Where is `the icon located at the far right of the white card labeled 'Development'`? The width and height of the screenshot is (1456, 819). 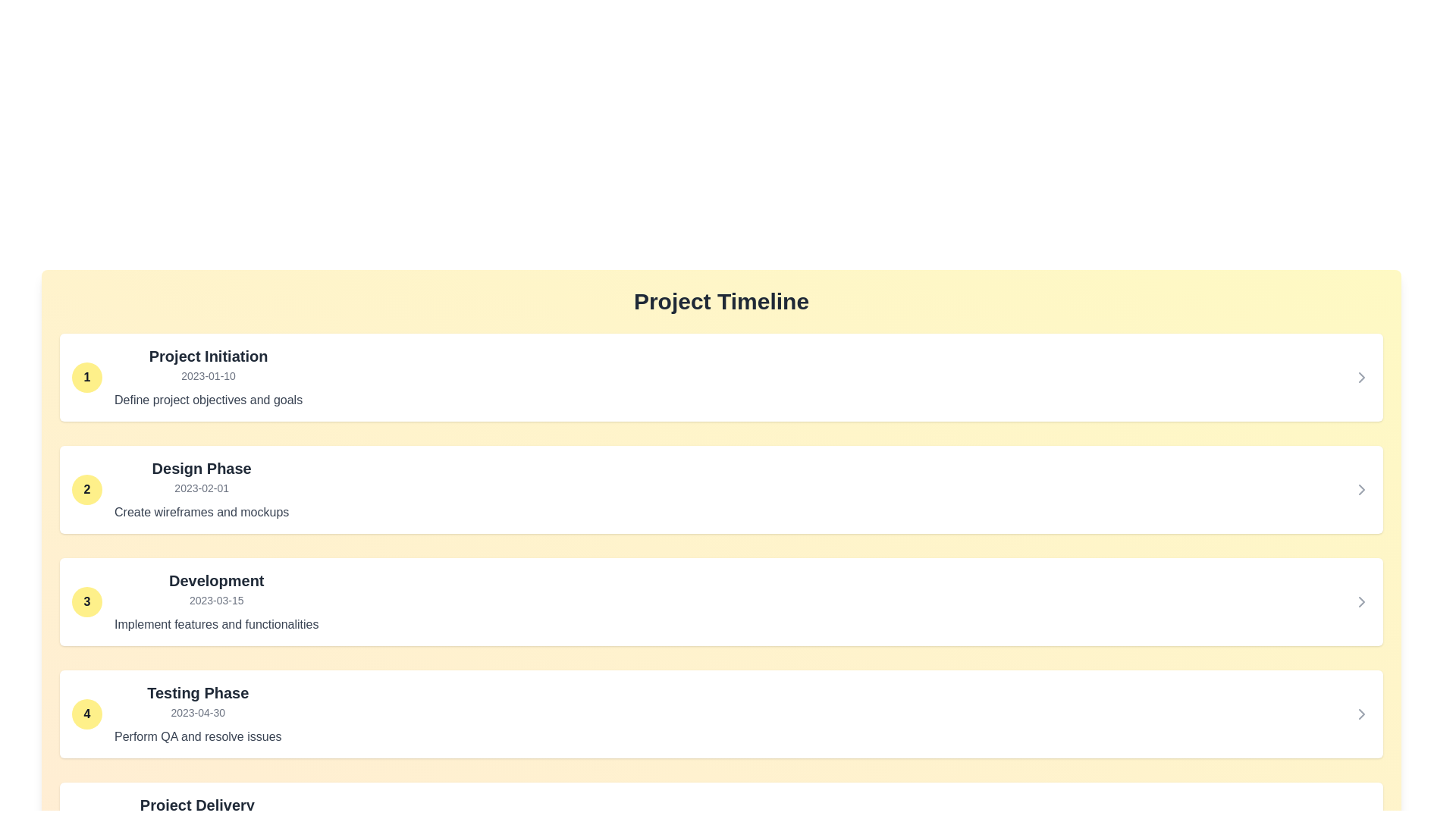 the icon located at the far right of the white card labeled 'Development' is located at coordinates (1361, 601).